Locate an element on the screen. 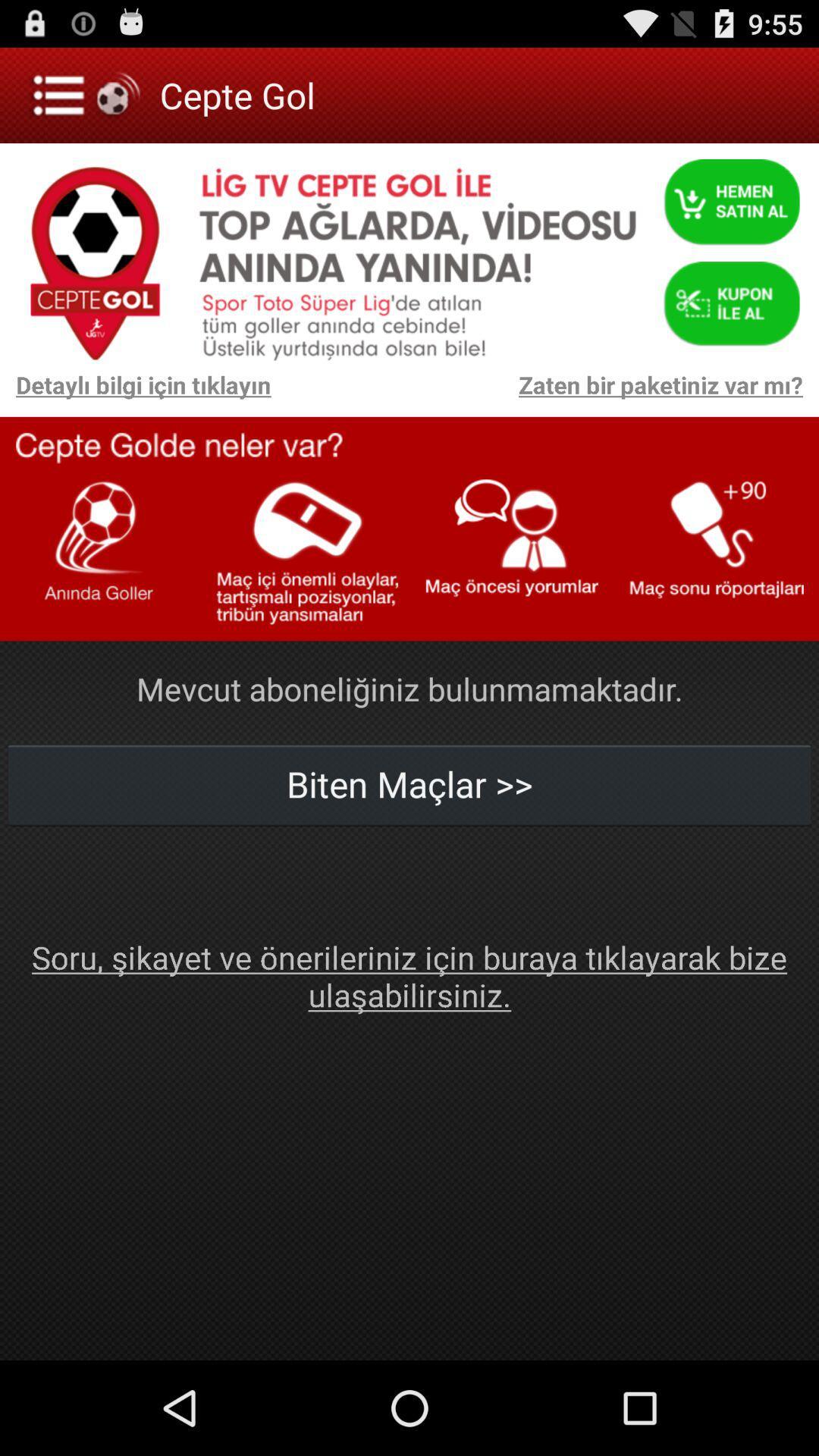 The height and width of the screenshot is (1456, 819). the menu option on the top left side of page is located at coordinates (87, 94).